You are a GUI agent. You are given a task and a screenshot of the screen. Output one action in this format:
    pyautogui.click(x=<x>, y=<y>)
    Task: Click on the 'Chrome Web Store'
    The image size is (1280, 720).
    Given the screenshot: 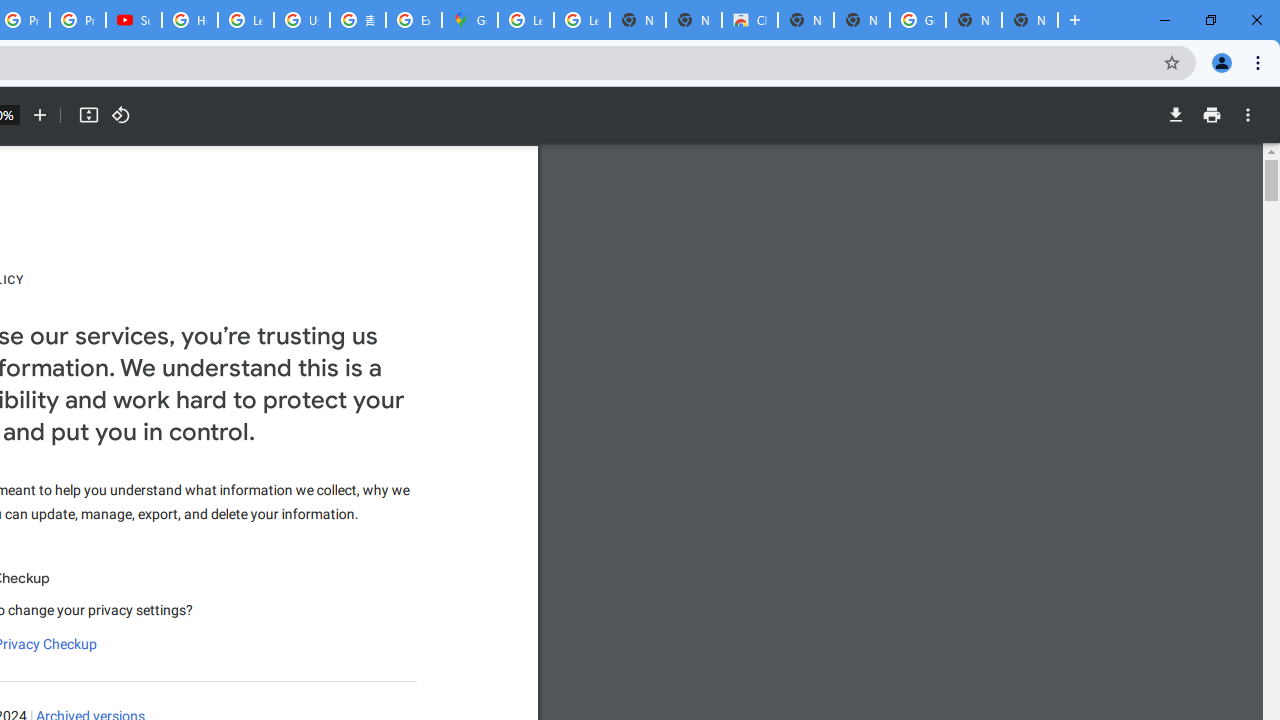 What is the action you would take?
    pyautogui.click(x=749, y=20)
    